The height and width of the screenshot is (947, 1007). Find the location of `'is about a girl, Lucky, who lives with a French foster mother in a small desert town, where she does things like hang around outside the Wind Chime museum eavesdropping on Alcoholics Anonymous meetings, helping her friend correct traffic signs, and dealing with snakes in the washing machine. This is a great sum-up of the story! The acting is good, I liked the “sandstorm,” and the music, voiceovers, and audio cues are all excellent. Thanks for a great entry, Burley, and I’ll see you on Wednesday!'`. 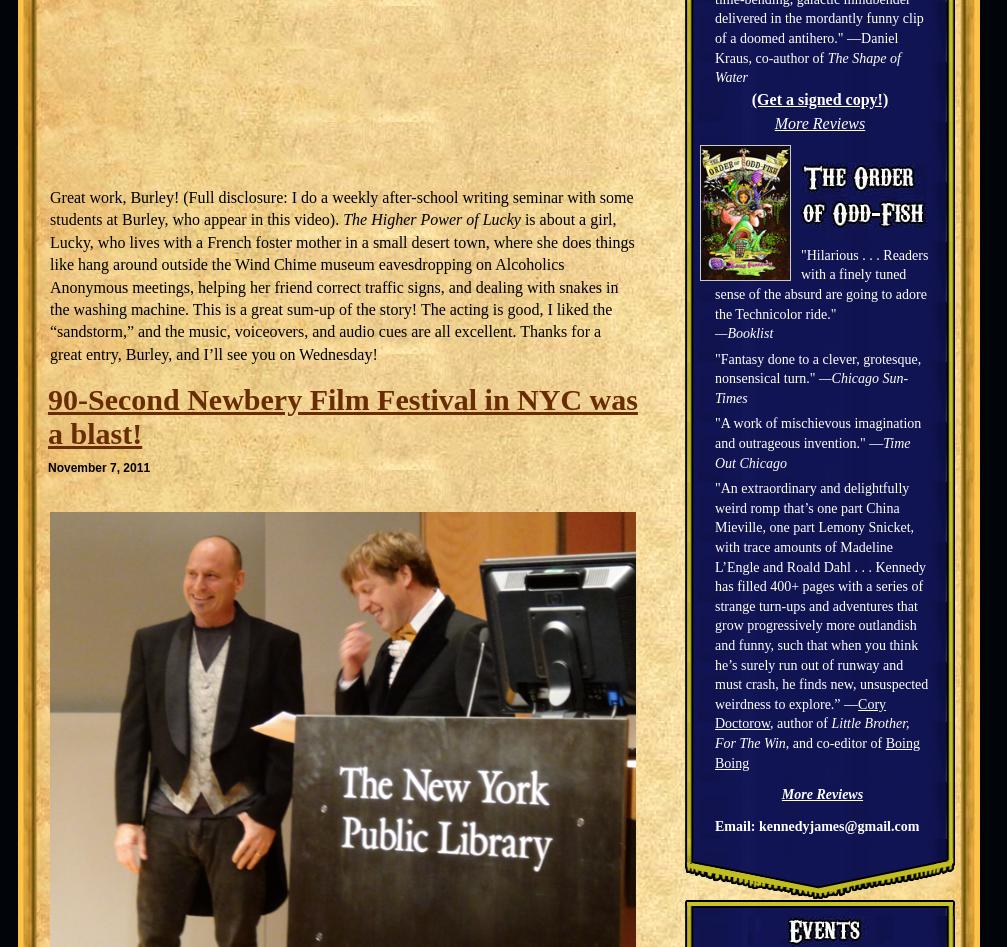

'is about a girl, Lucky, who lives with a French foster mother in a small desert town, where she does things like hang around outside the Wind Chime museum eavesdropping on Alcoholics Anonymous meetings, helping her friend correct traffic signs, and dealing with snakes in the washing machine. This is a great sum-up of the story! The acting is good, I liked the “sandstorm,” and the music, voiceovers, and audio cues are all excellent. Thanks for a great entry, Burley, and I’ll see you on Wednesday!' is located at coordinates (341, 285).